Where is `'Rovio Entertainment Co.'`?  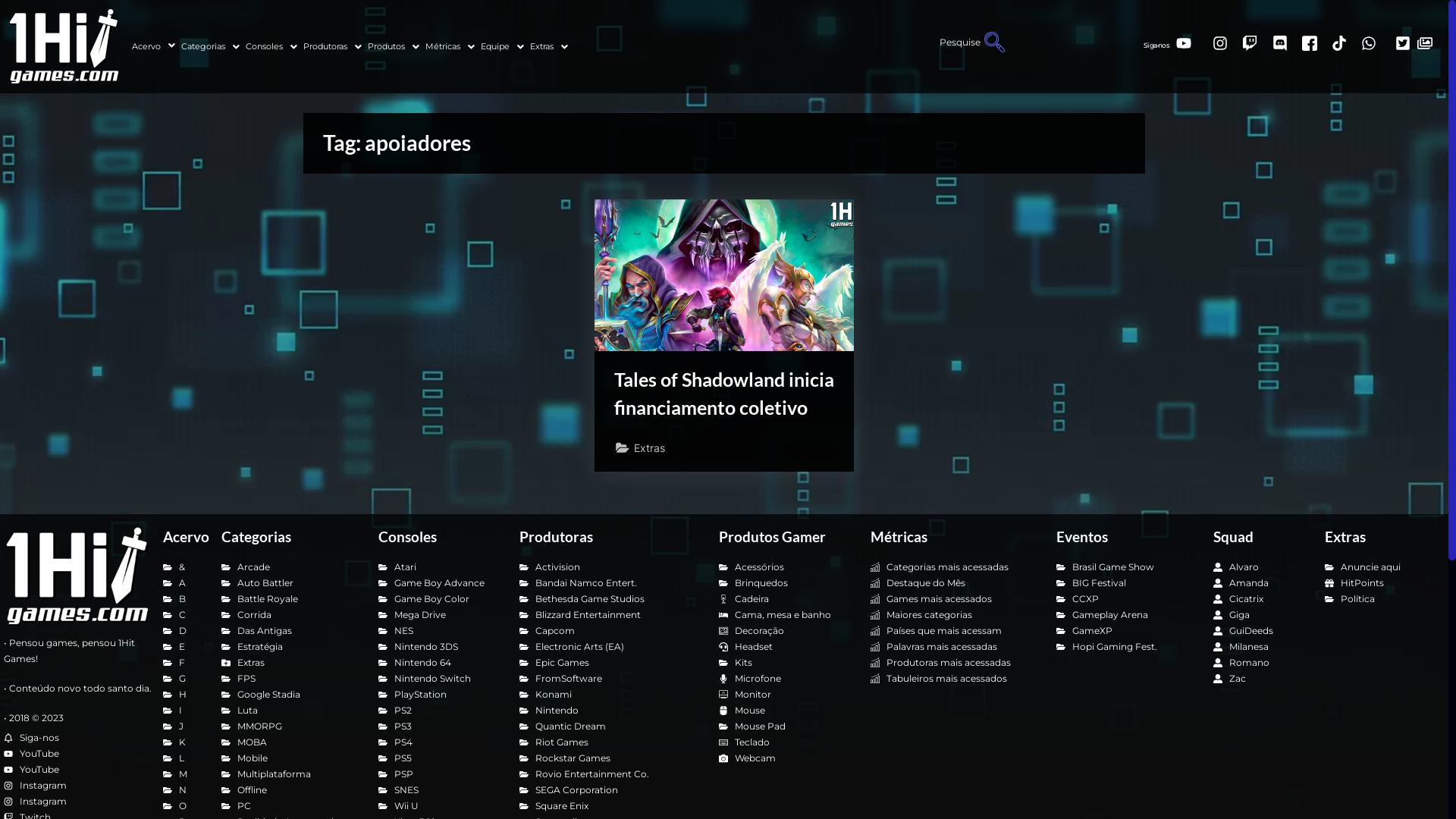
'Rovio Entertainment Co.' is located at coordinates (611, 773).